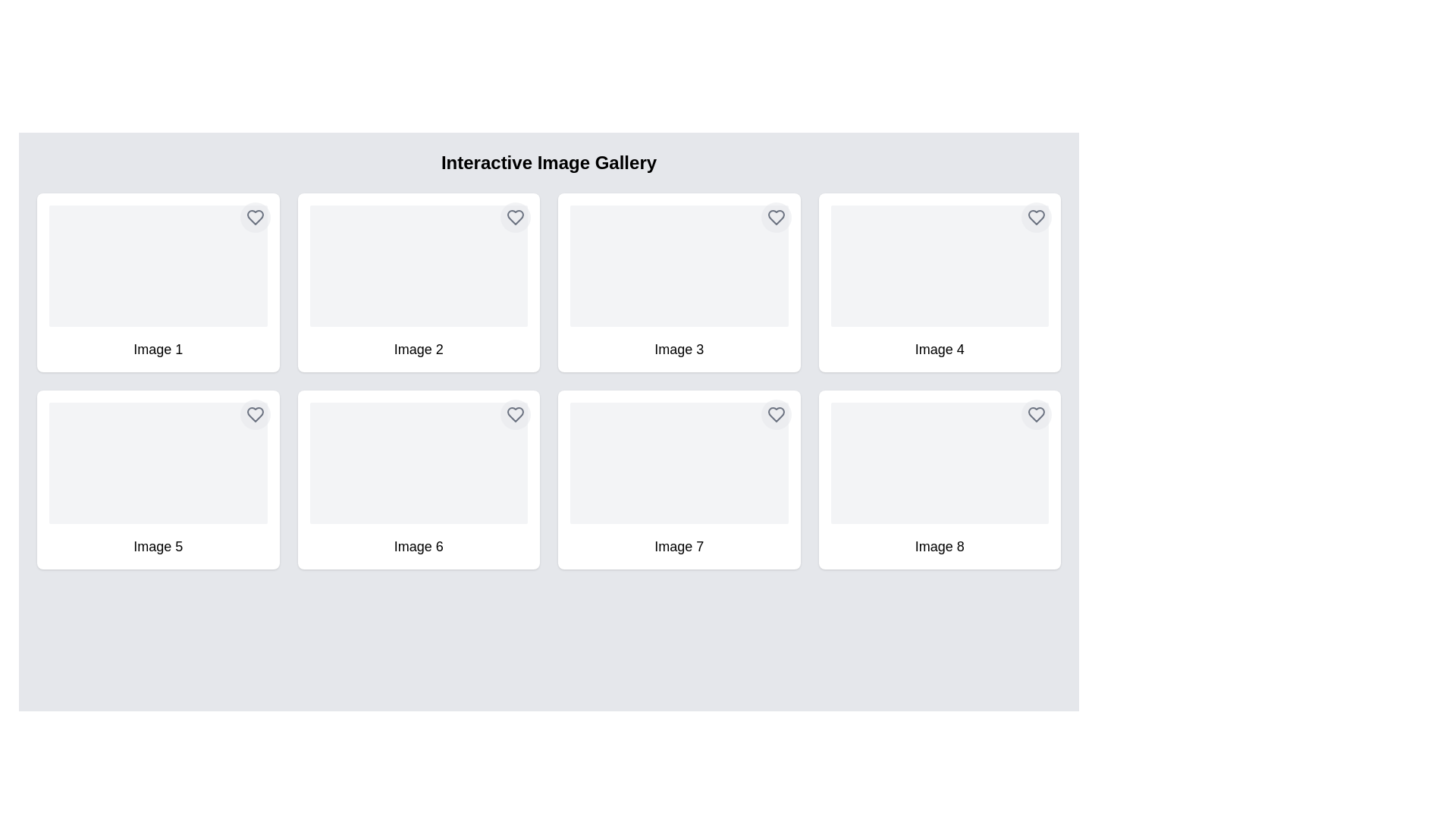 The image size is (1456, 819). What do you see at coordinates (939, 547) in the screenshot?
I see `the text label displaying 'Image 8', which is located at the bottom center of the eighth tile in the 'Interactive Image Gallery'` at bounding box center [939, 547].